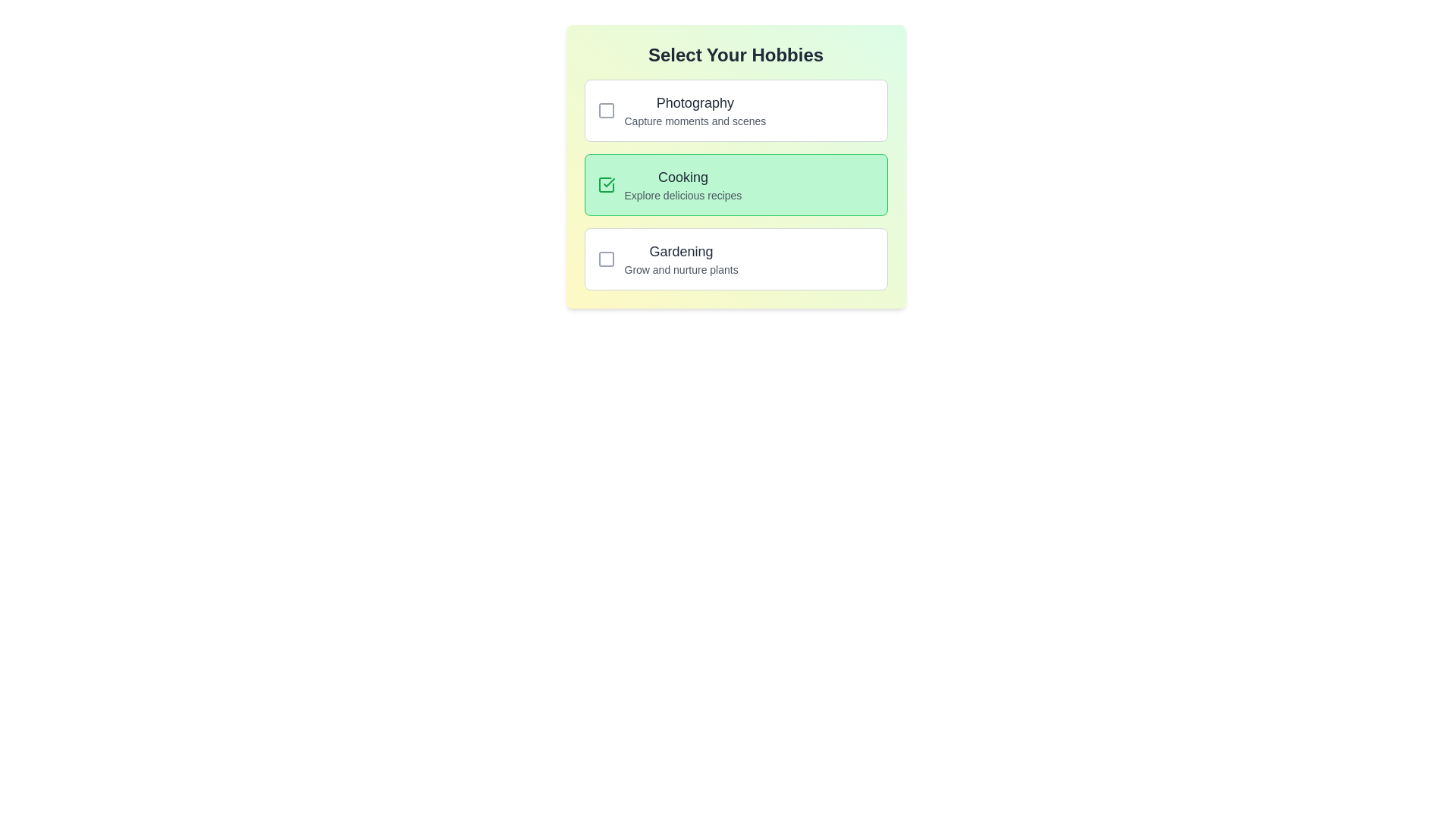 This screenshot has width=1456, height=819. Describe the element at coordinates (680, 250) in the screenshot. I see `the text label that serves as the heading for the third option in the 'Select Your Hobbies' list` at that location.